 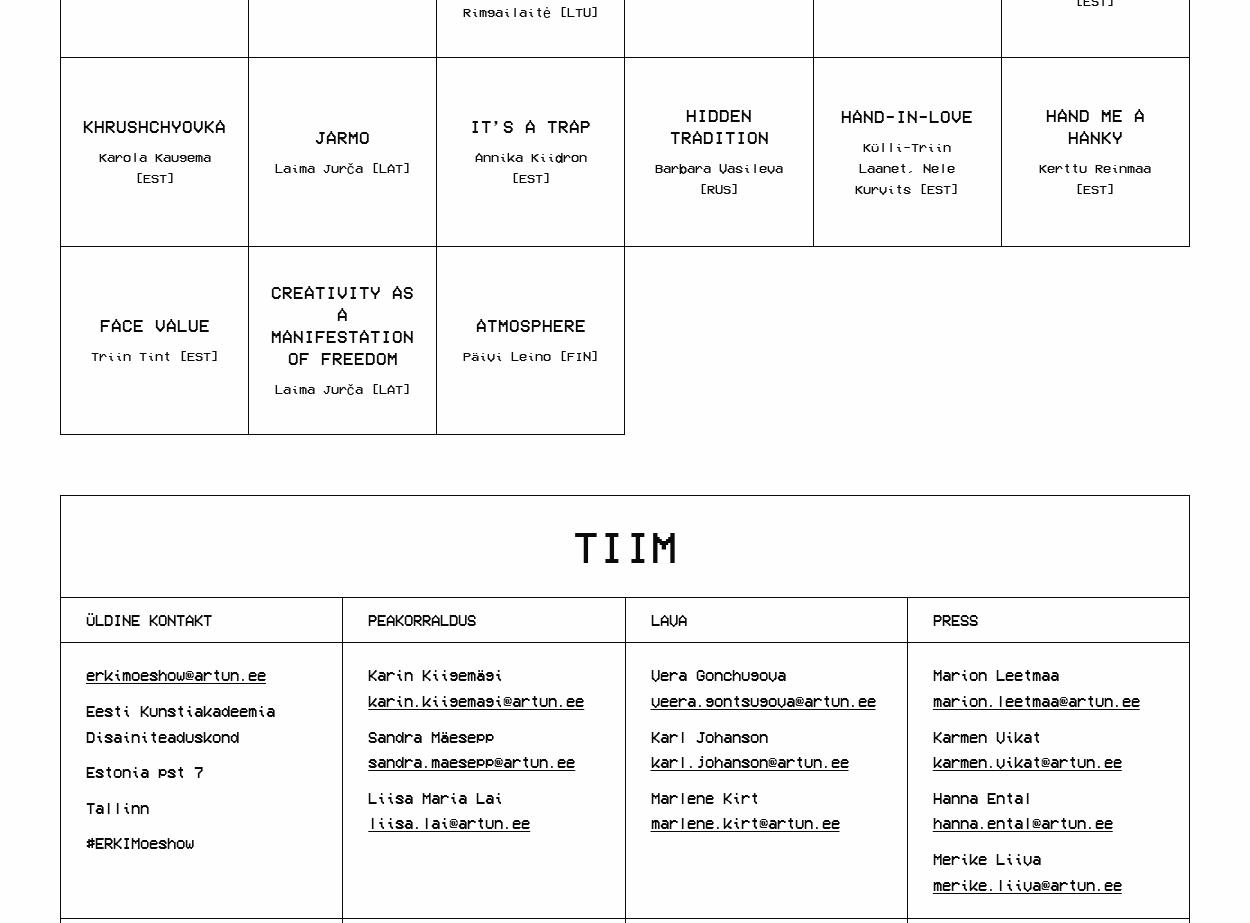 I want to click on 'marlene.kirt@artun.ee', so click(x=743, y=822).